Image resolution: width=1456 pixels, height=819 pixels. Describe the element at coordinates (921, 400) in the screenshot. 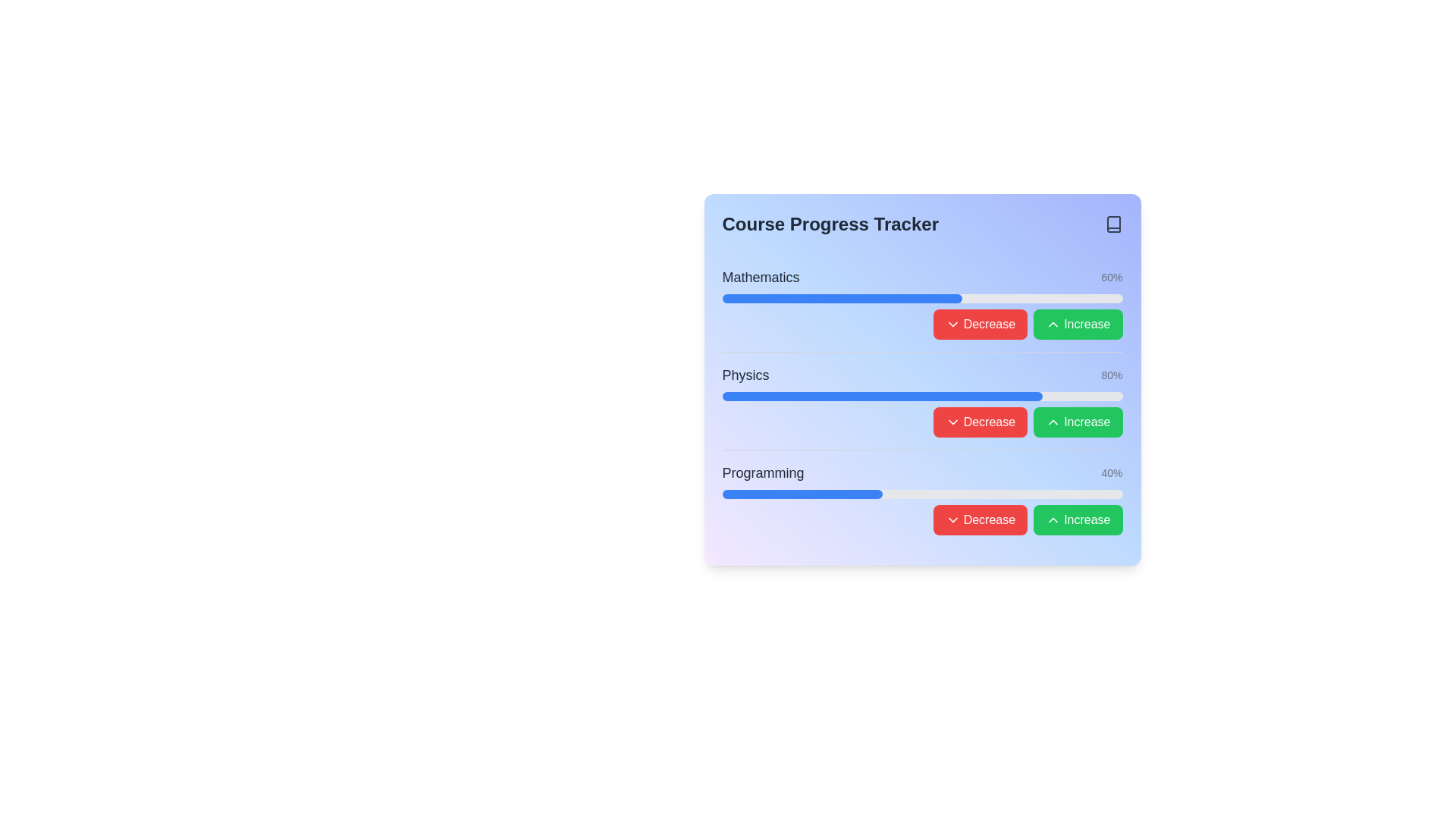

I see `the progress bar for the course 'Physics', which displays '80%' completion and has interactive buttons 'Decrease' and 'Increase' below it` at that location.